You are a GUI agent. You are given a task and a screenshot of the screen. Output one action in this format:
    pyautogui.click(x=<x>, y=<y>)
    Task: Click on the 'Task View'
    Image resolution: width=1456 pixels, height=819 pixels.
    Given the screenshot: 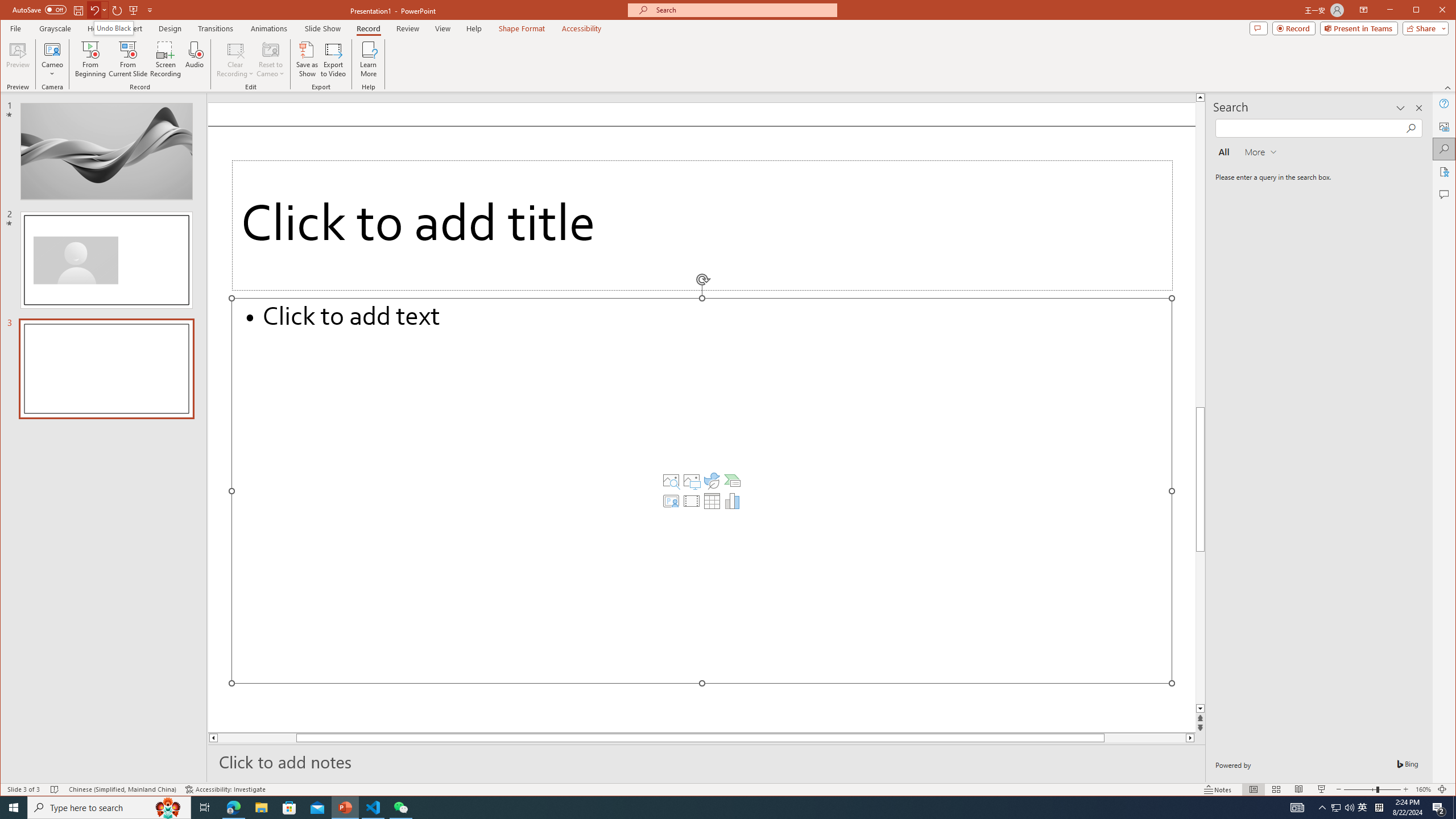 What is the action you would take?
    pyautogui.click(x=204, y=806)
    